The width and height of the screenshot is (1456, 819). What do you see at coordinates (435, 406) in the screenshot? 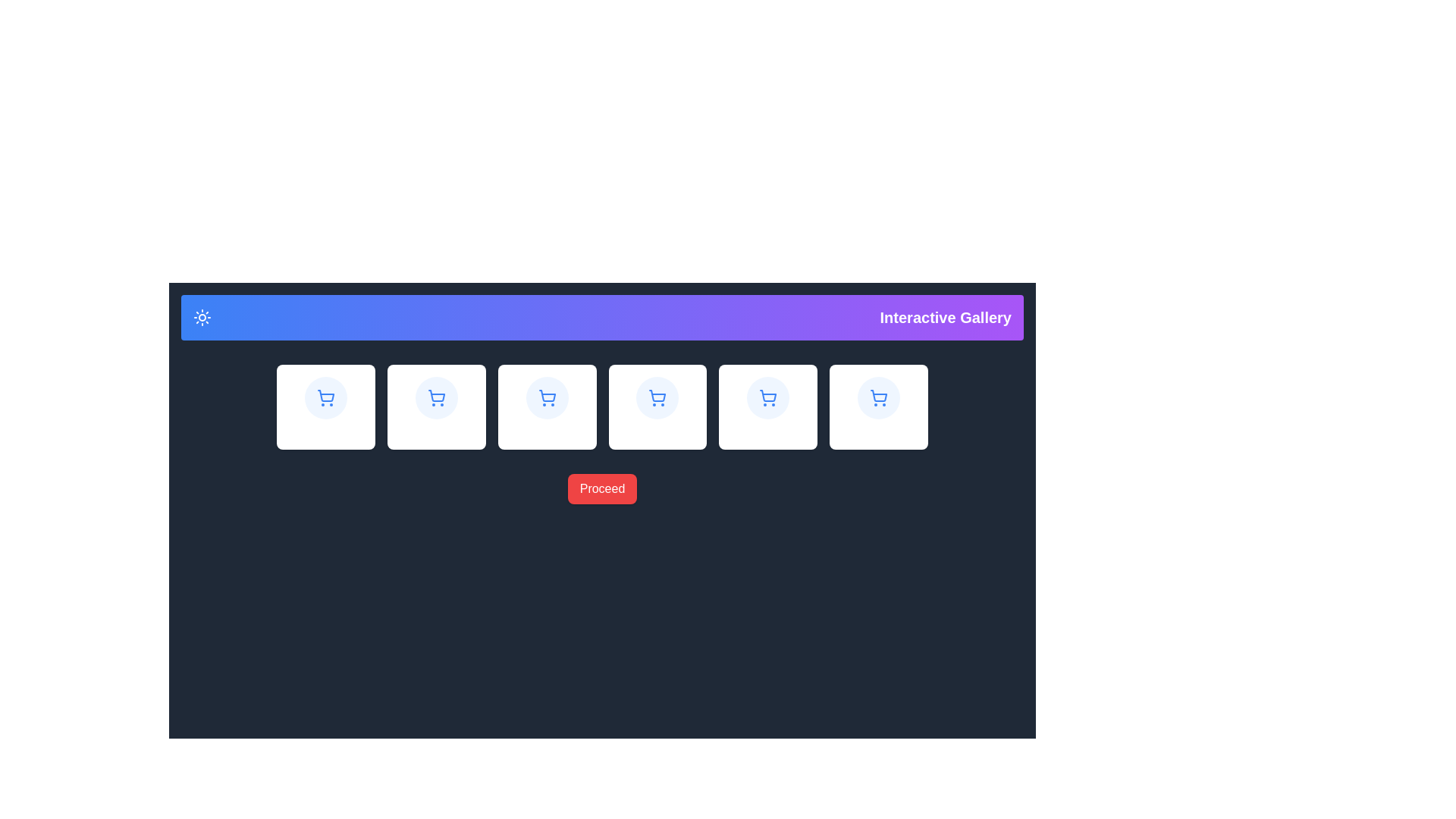
I see `the second square card with a shopping cart icon in the center for UI testing` at bounding box center [435, 406].